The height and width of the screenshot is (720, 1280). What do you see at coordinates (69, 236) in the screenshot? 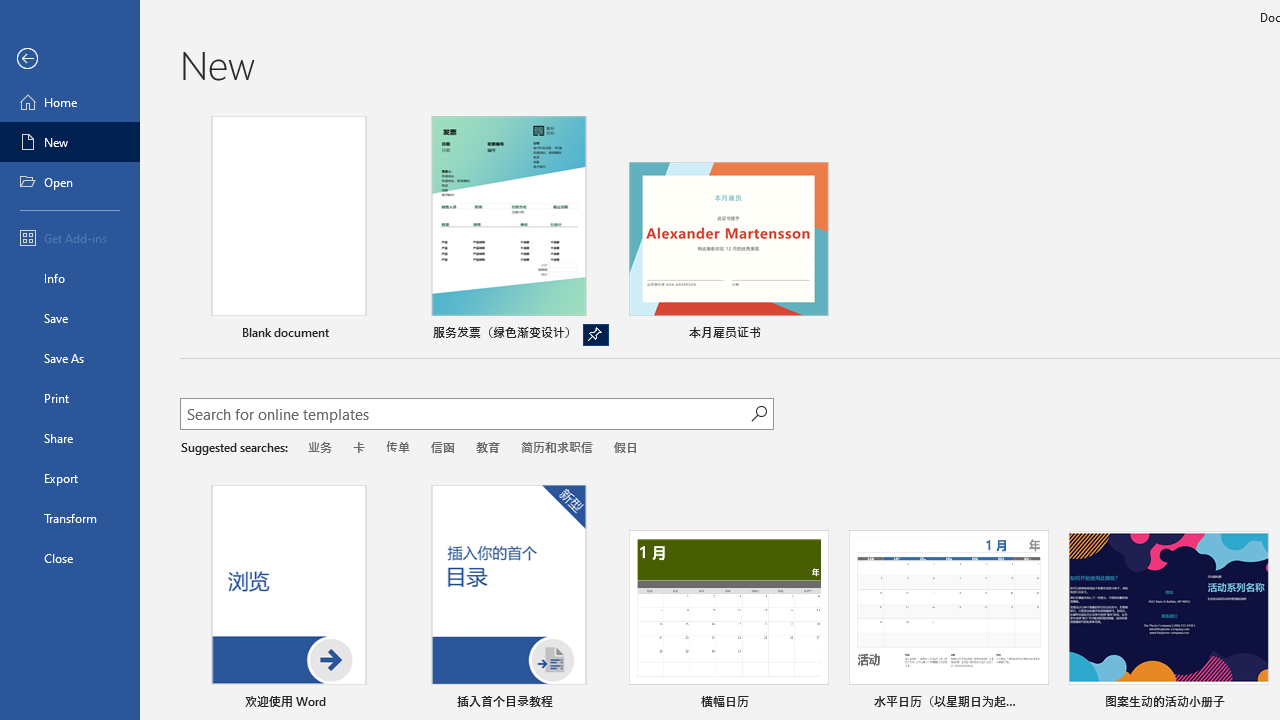
I see `'Get Add-ins'` at bounding box center [69, 236].